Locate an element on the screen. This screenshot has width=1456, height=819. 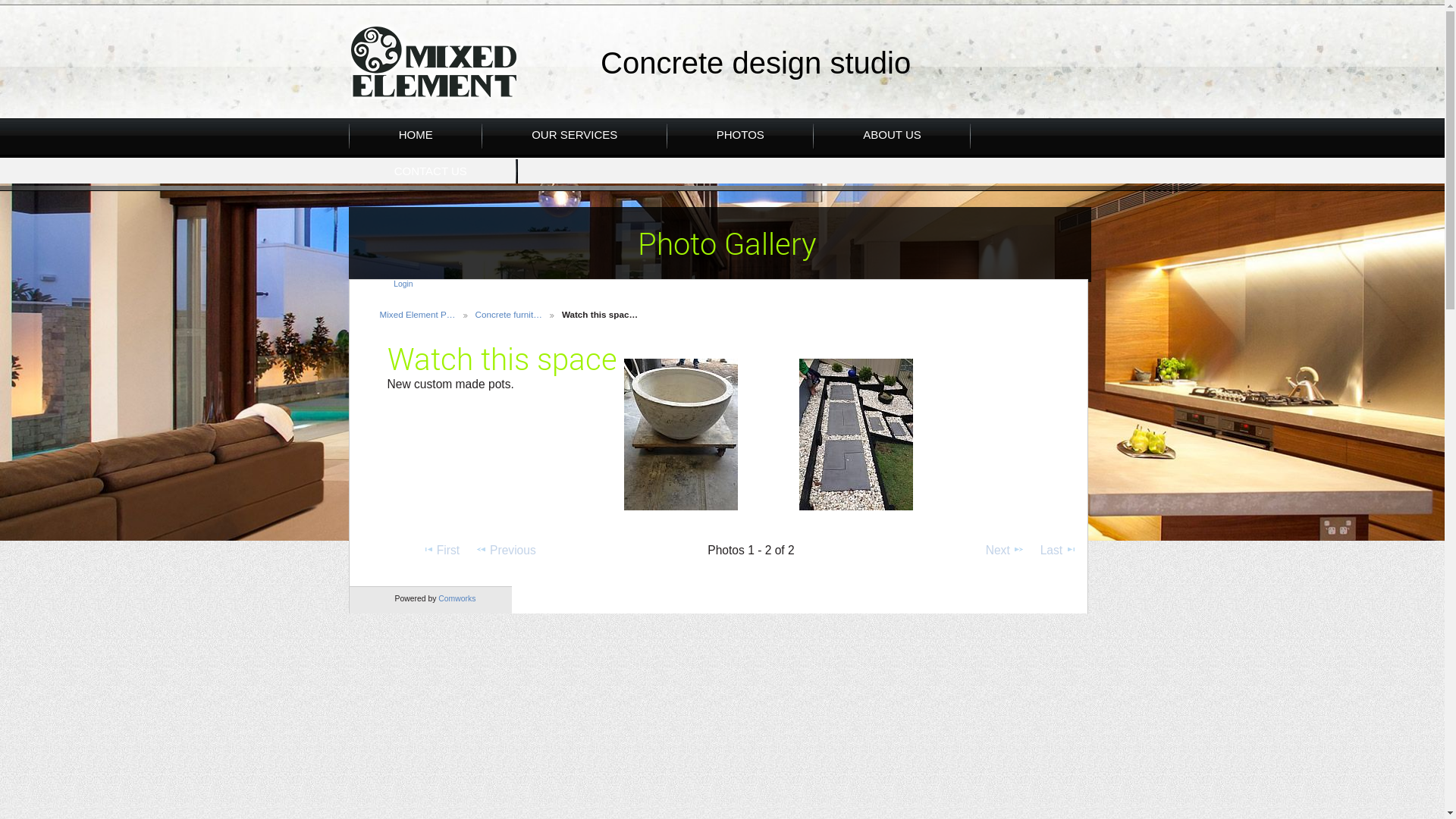
'Comworks' is located at coordinates (456, 598).